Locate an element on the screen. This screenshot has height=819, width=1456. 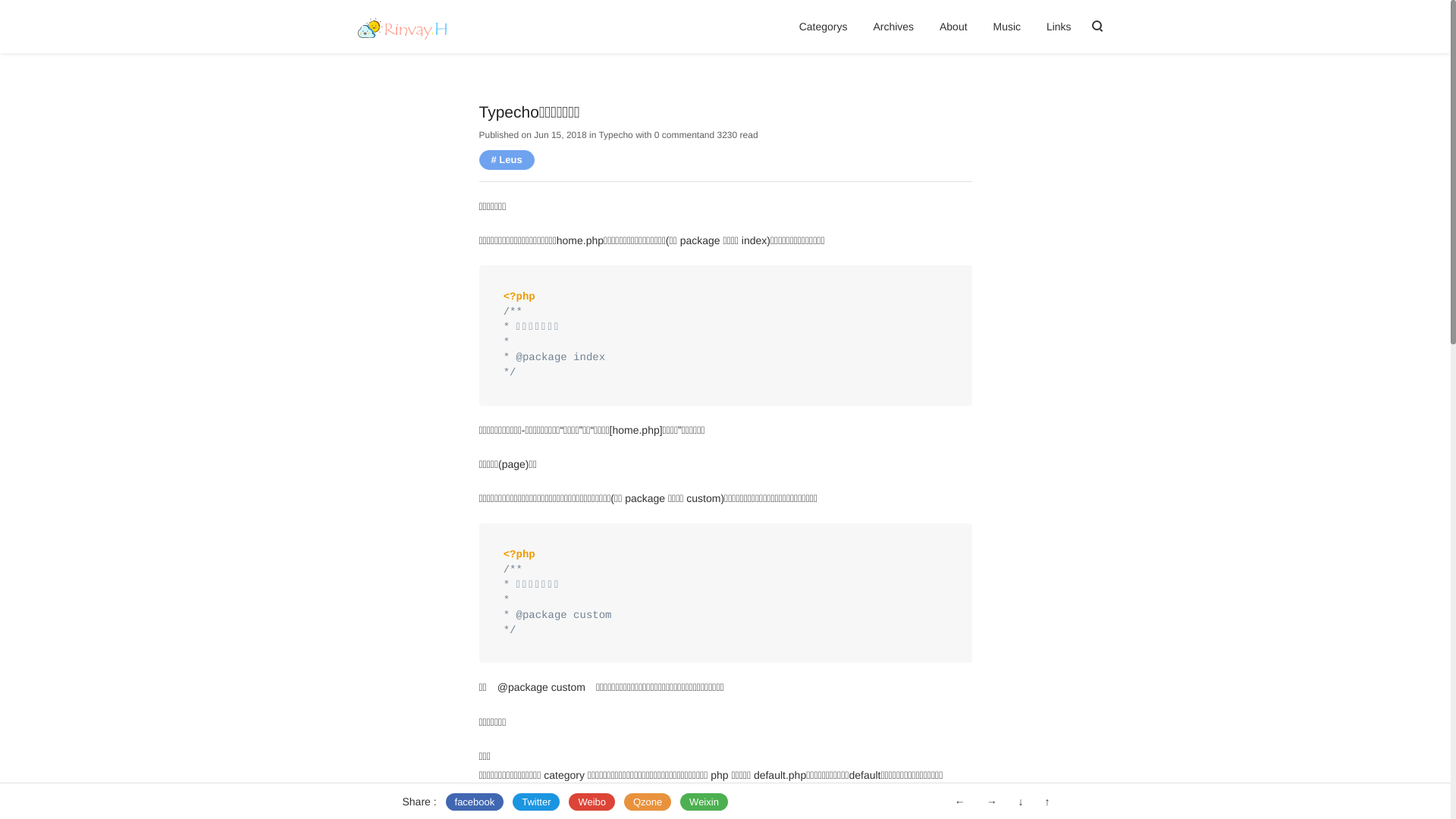
'Links' is located at coordinates (1058, 26).